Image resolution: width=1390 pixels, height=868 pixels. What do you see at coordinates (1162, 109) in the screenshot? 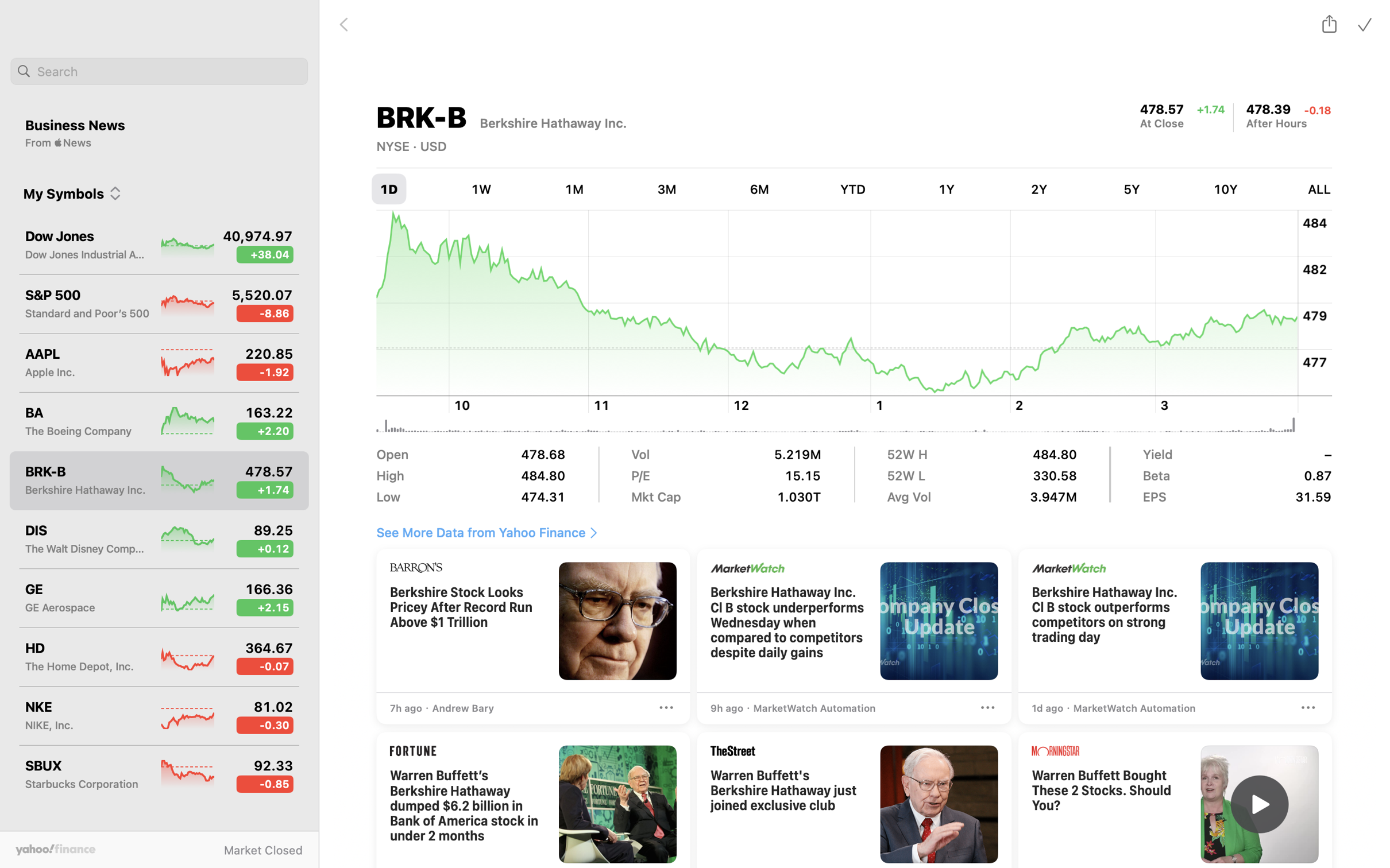
I see `'478.57, change, up 1.74 points'` at bounding box center [1162, 109].